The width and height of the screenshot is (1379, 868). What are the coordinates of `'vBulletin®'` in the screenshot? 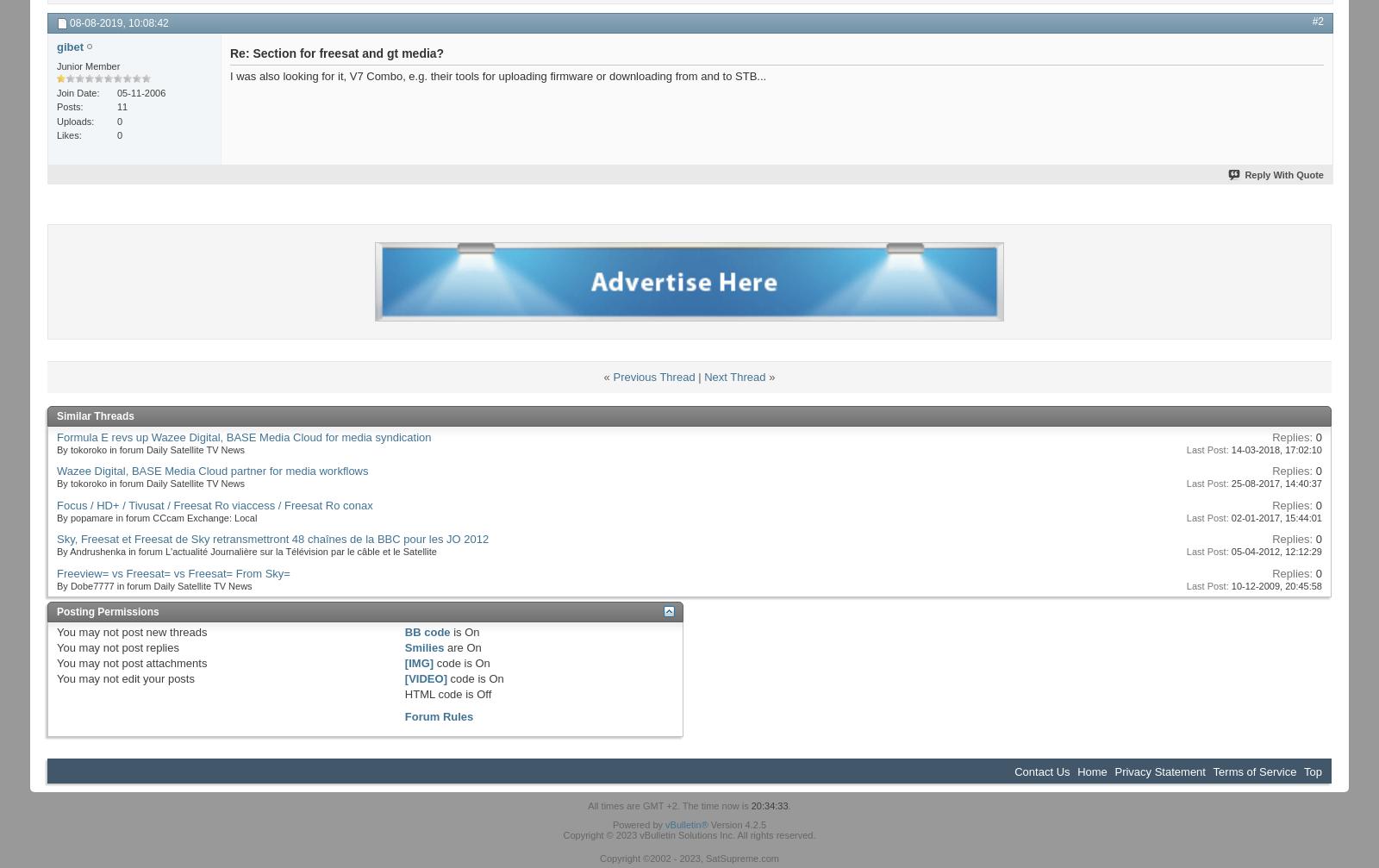 It's located at (686, 823).